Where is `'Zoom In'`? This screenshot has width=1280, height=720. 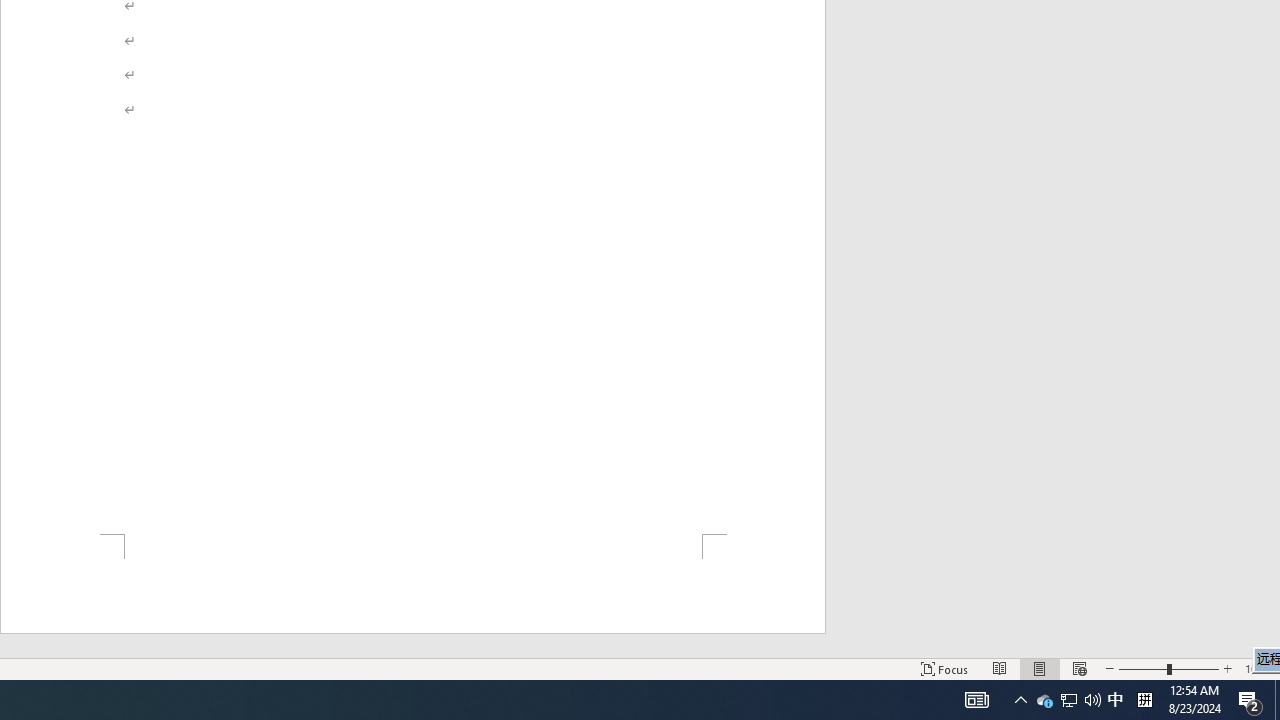 'Zoom In' is located at coordinates (1226, 669).